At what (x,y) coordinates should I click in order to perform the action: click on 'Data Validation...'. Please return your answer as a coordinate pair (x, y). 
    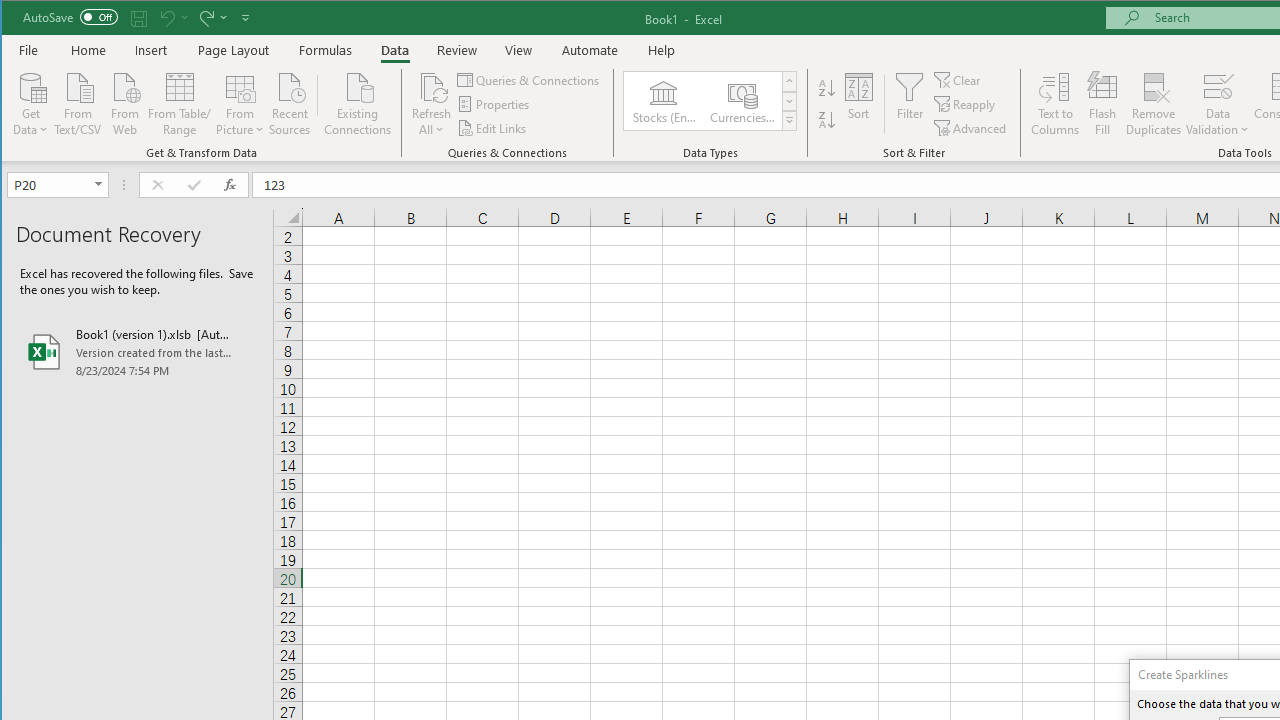
    Looking at the image, I should click on (1216, 104).